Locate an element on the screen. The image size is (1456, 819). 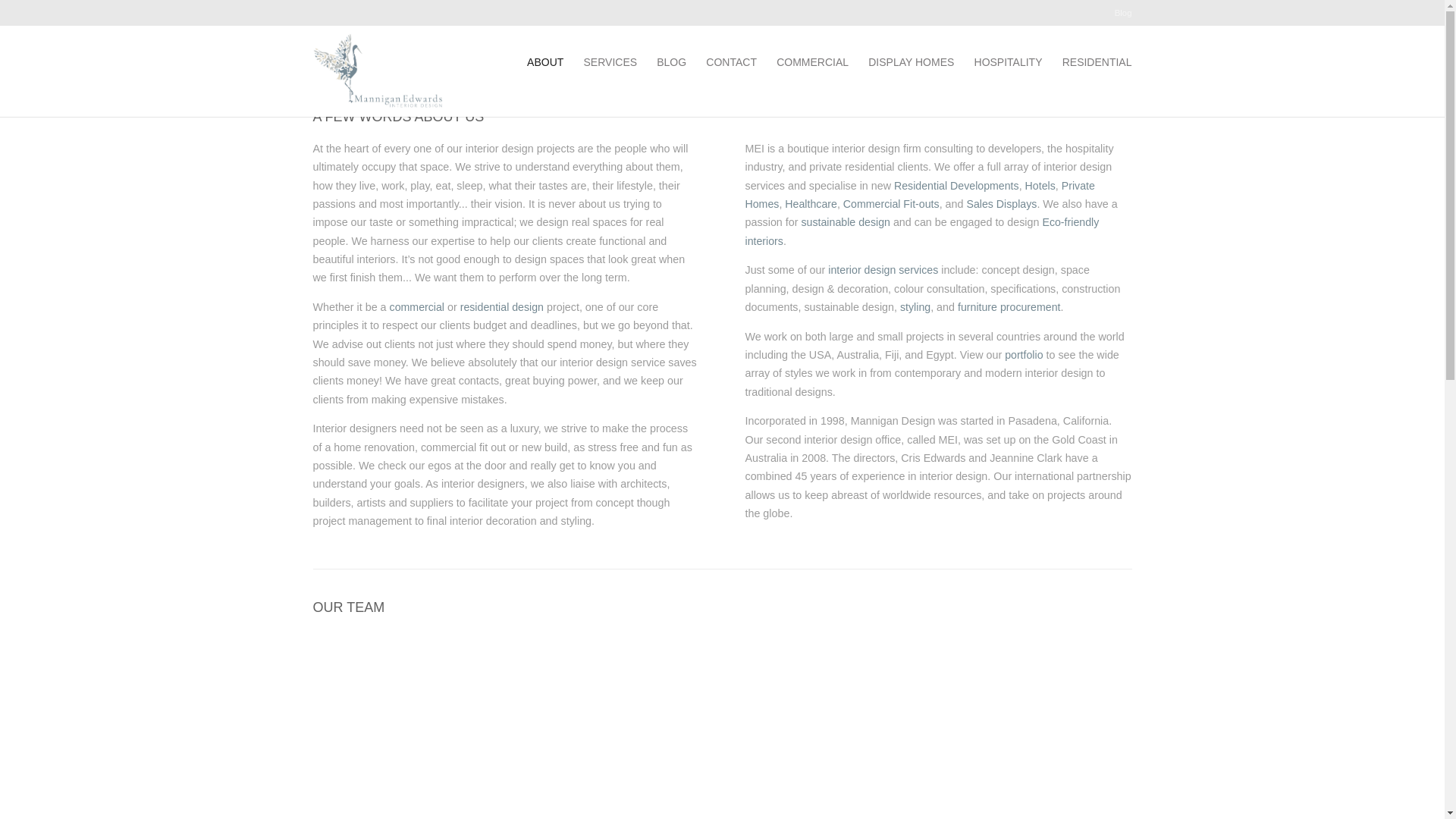
'HOSPITALITY' is located at coordinates (1008, 61).